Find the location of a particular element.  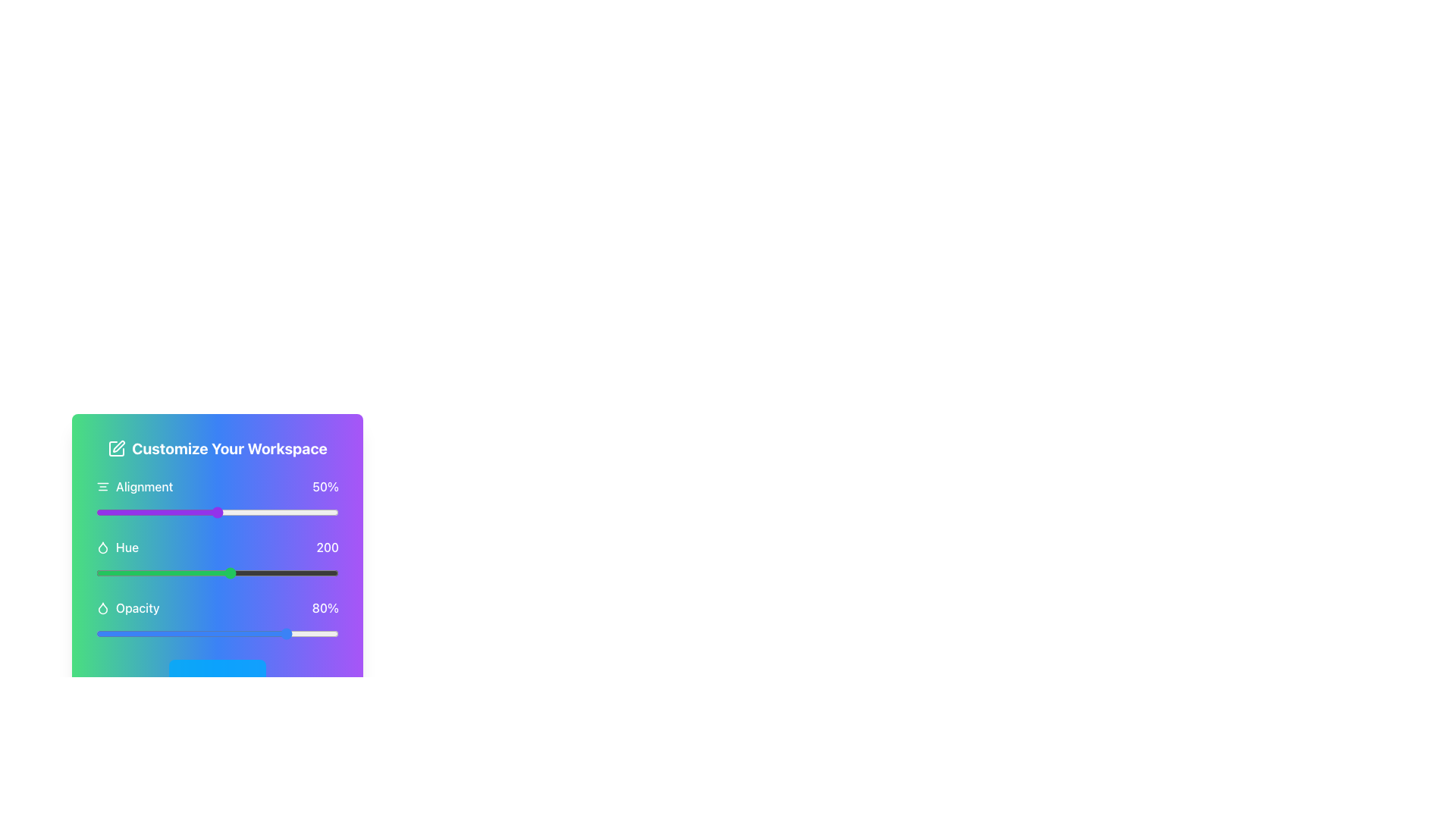

the alignment percentage is located at coordinates (202, 512).